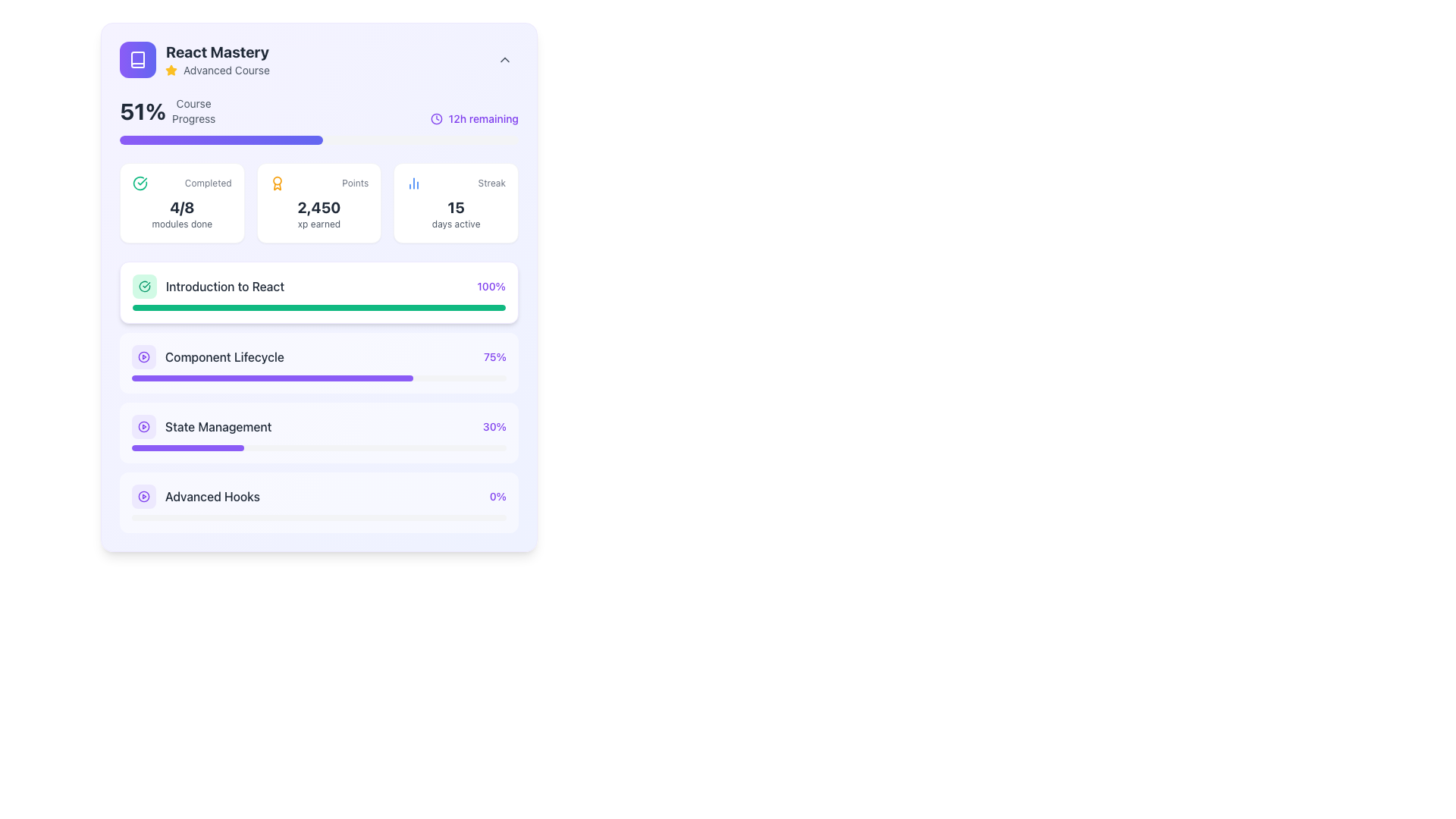 The width and height of the screenshot is (1456, 819). Describe the element at coordinates (207, 287) in the screenshot. I see `the text label indicating the completed module in the React course, which is the first item in the list and has a green checkmark icon` at that location.